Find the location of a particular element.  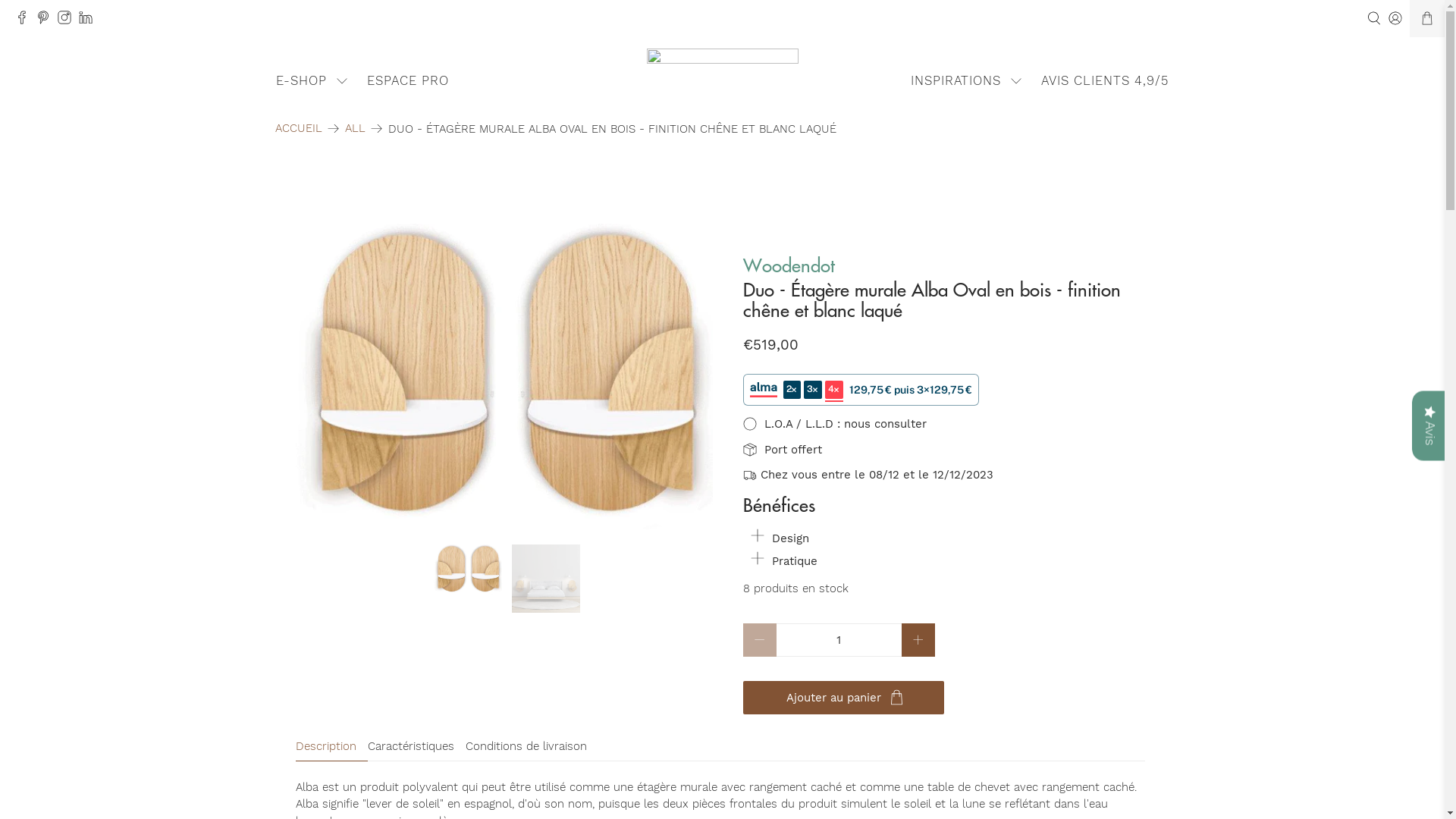

'ACCUEIL' is located at coordinates (274, 127).